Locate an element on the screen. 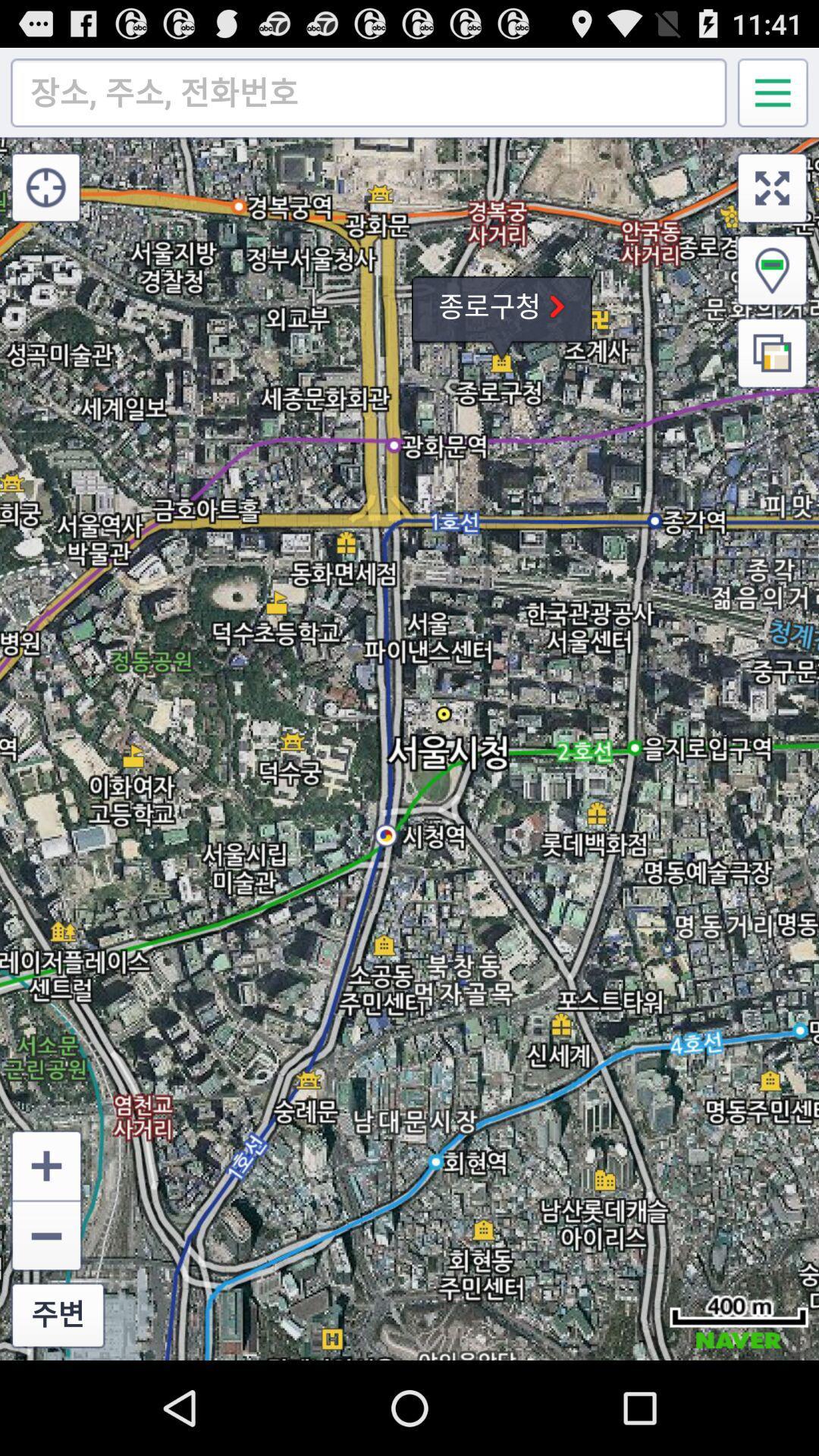  the location_crosshair icon is located at coordinates (45, 199).